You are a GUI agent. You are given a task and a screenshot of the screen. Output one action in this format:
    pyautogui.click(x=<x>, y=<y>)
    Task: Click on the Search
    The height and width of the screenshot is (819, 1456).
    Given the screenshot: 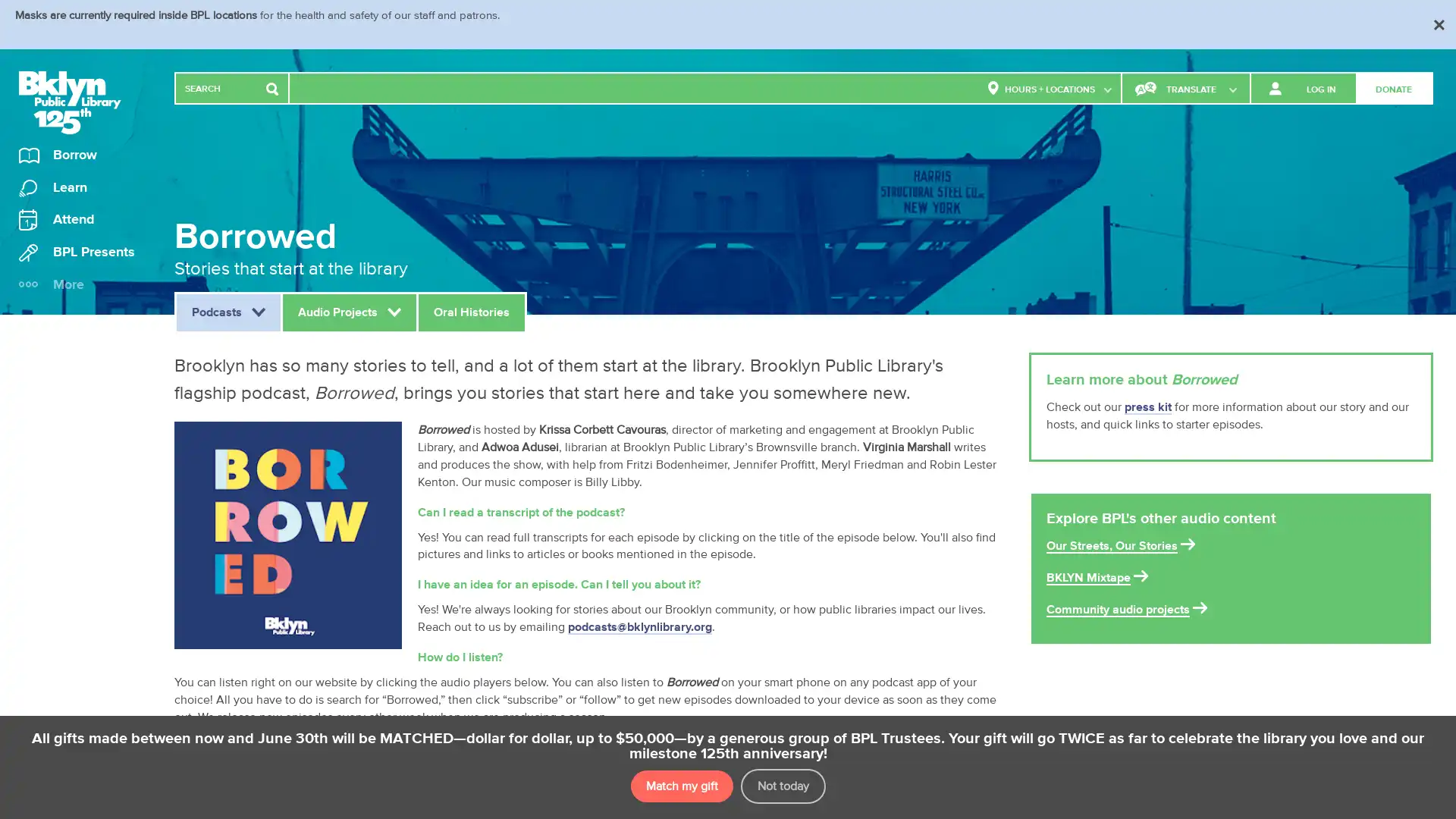 What is the action you would take?
    pyautogui.click(x=272, y=86)
    